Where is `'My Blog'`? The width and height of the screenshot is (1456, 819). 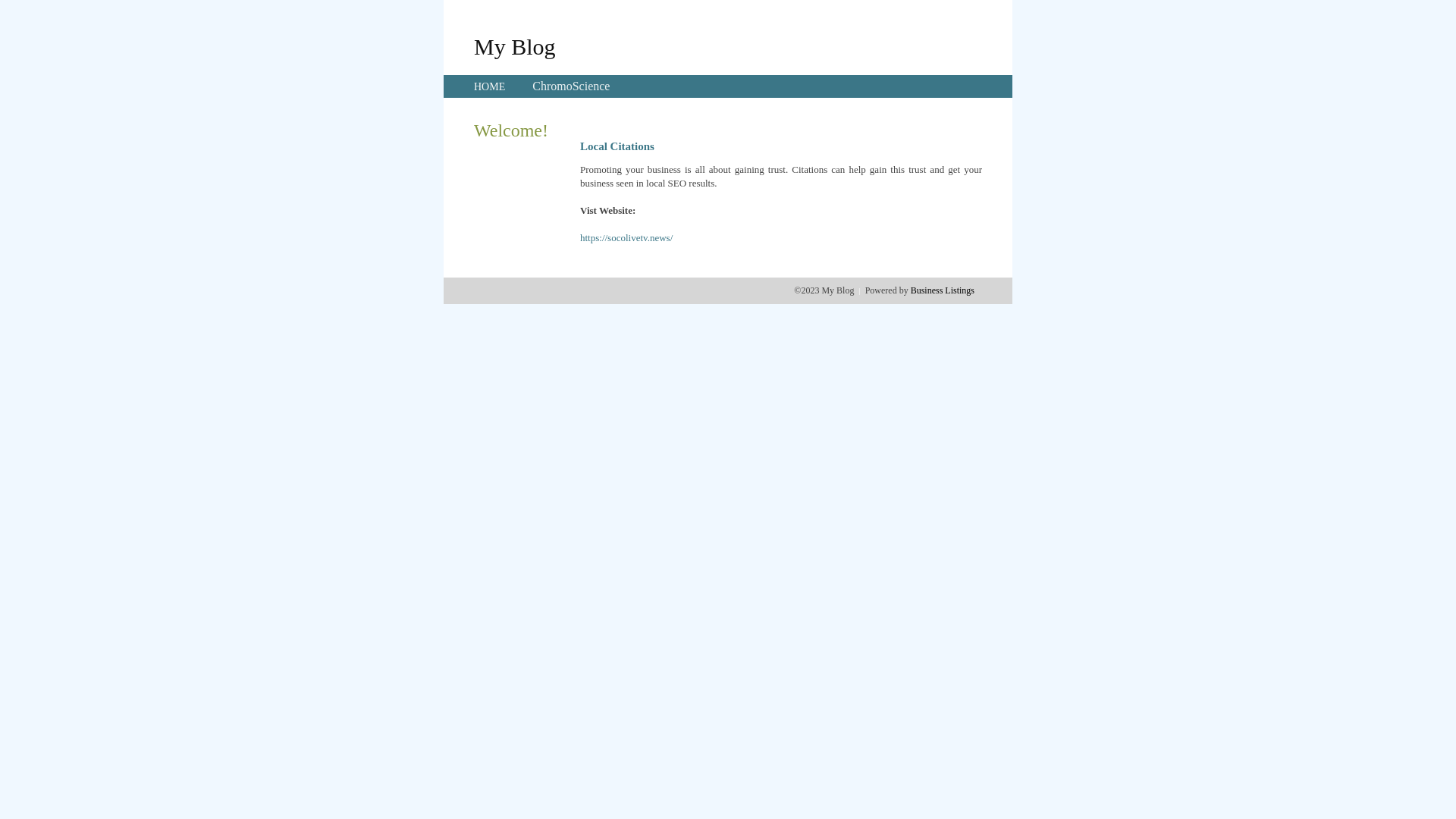 'My Blog' is located at coordinates (472, 45).